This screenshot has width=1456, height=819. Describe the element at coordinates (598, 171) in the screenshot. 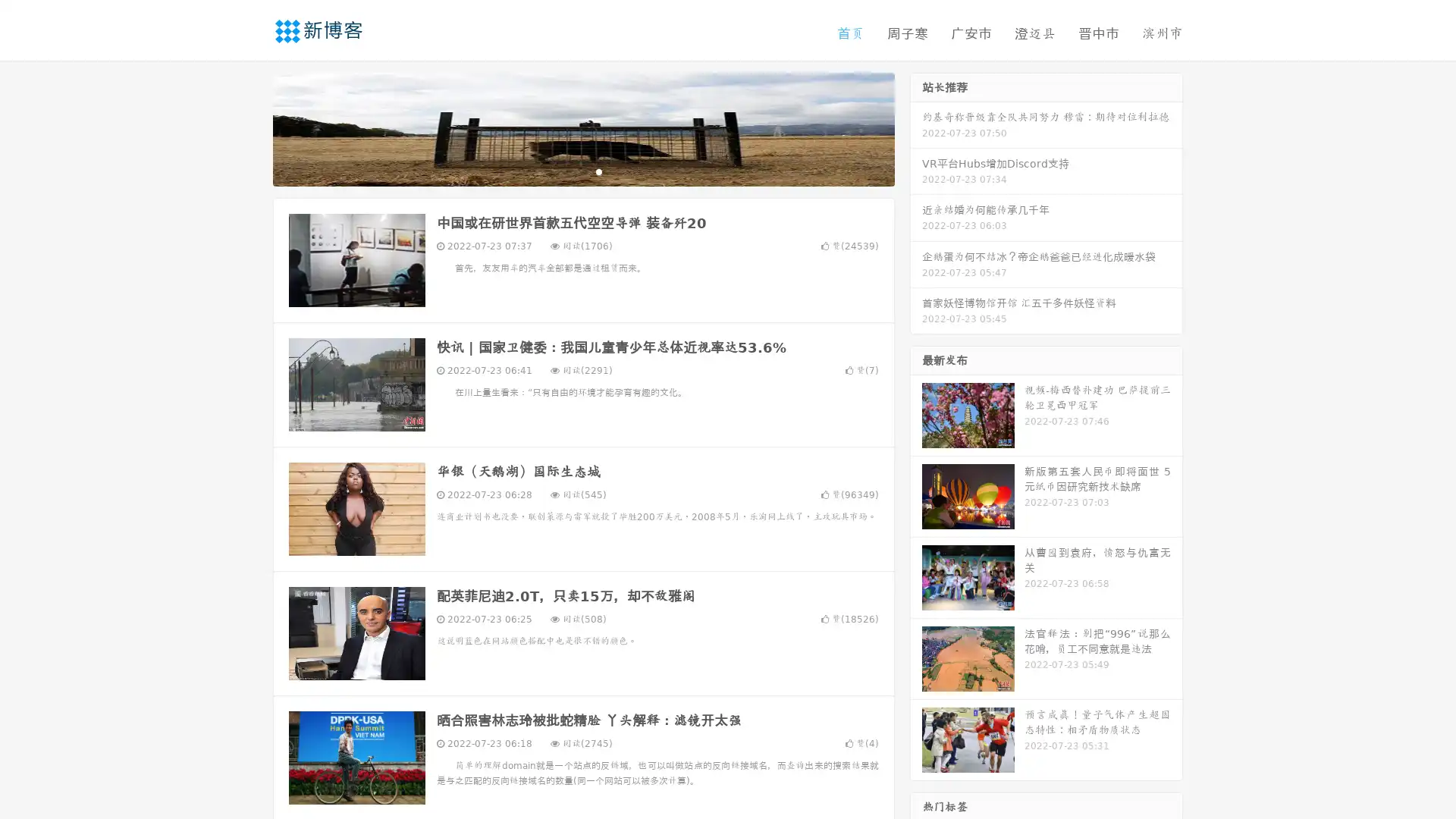

I see `Go to slide 3` at that location.